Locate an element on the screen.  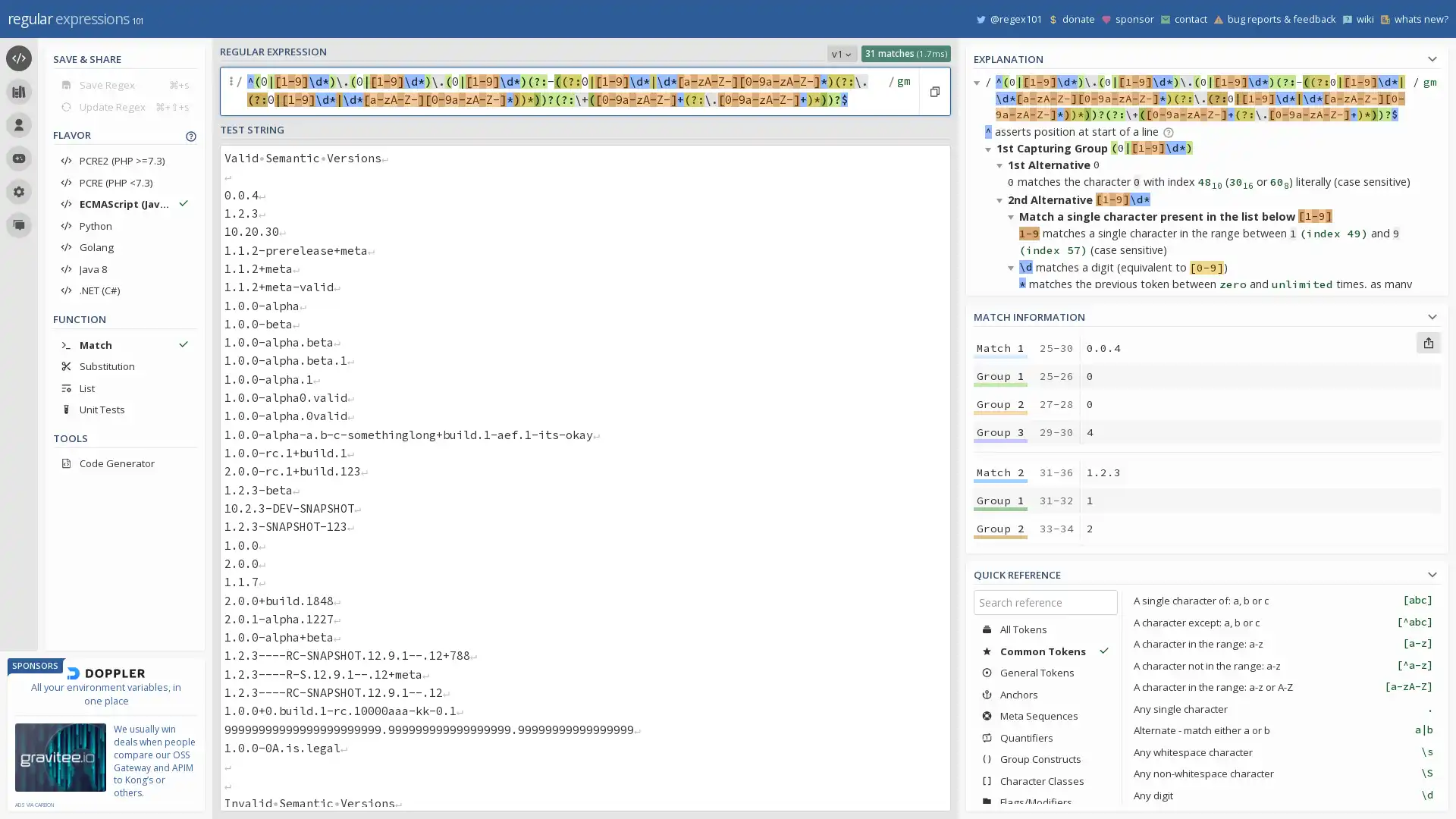
Any single character . is located at coordinates (1282, 708).